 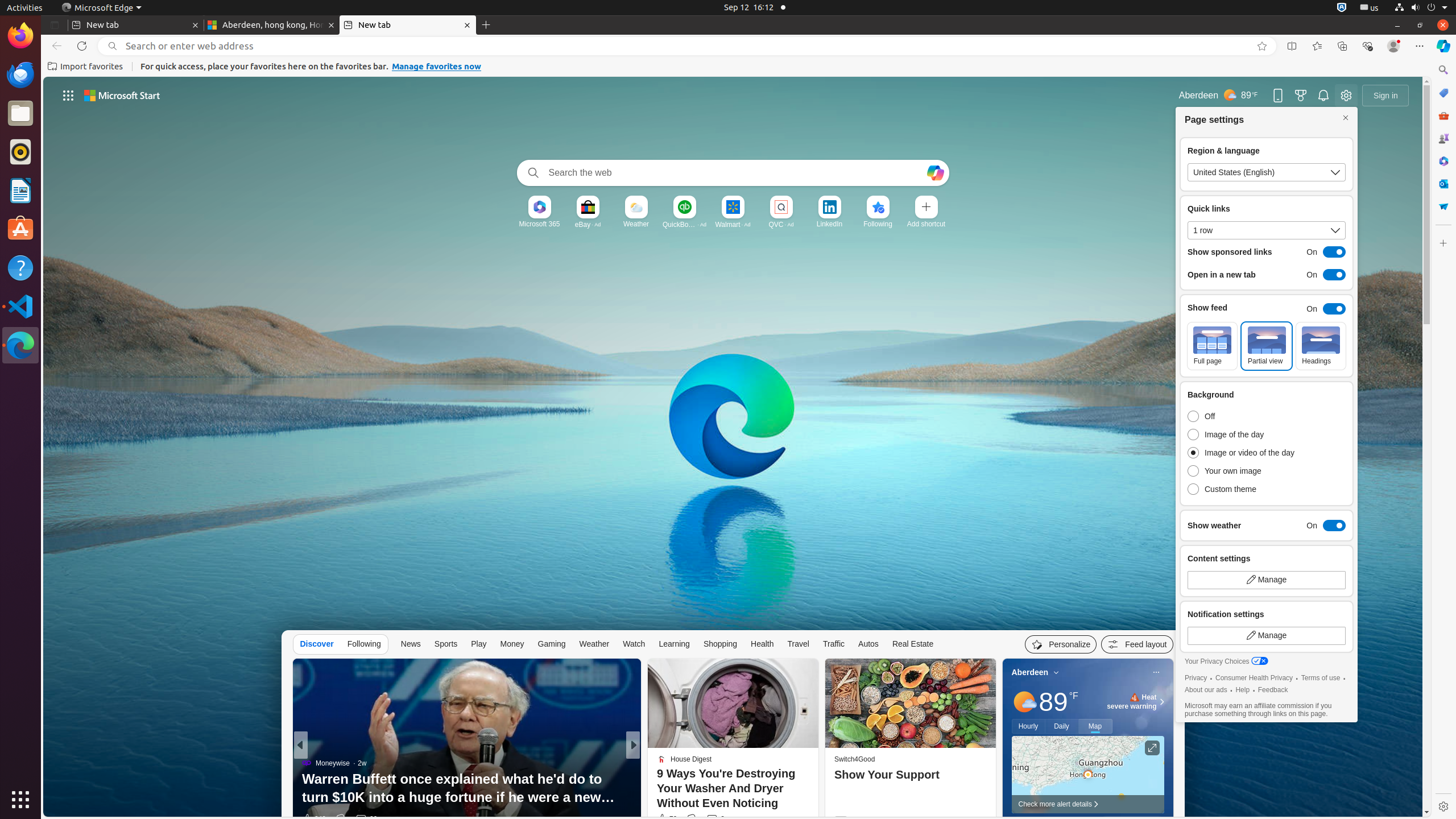 What do you see at coordinates (1243, 416) in the screenshot?
I see `'Off'` at bounding box center [1243, 416].